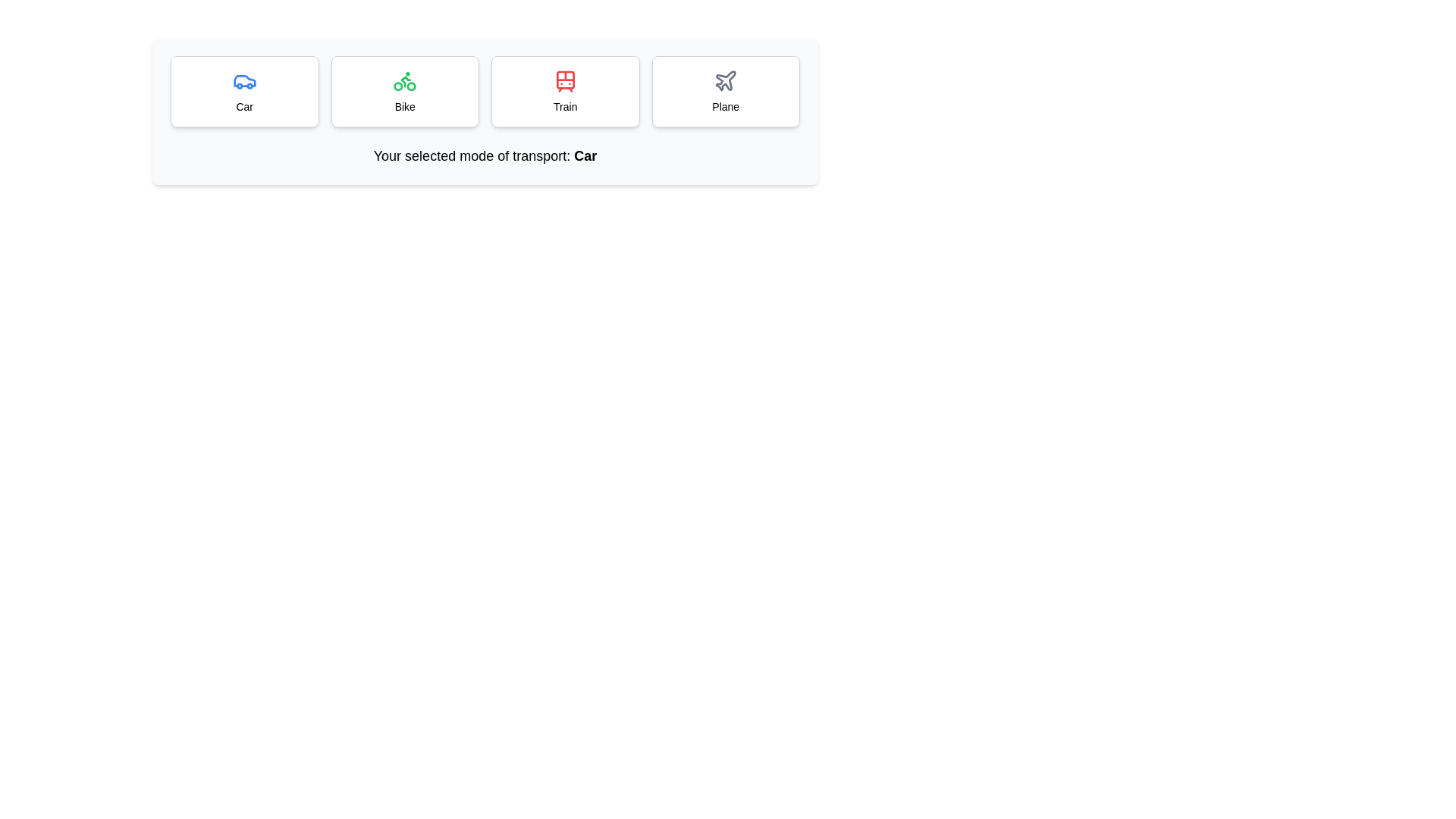 The width and height of the screenshot is (1456, 819). Describe the element at coordinates (411, 86) in the screenshot. I see `the small circle with a green stroke representing the right wheel of the bike in the second button from the left of the transport mode options` at that location.